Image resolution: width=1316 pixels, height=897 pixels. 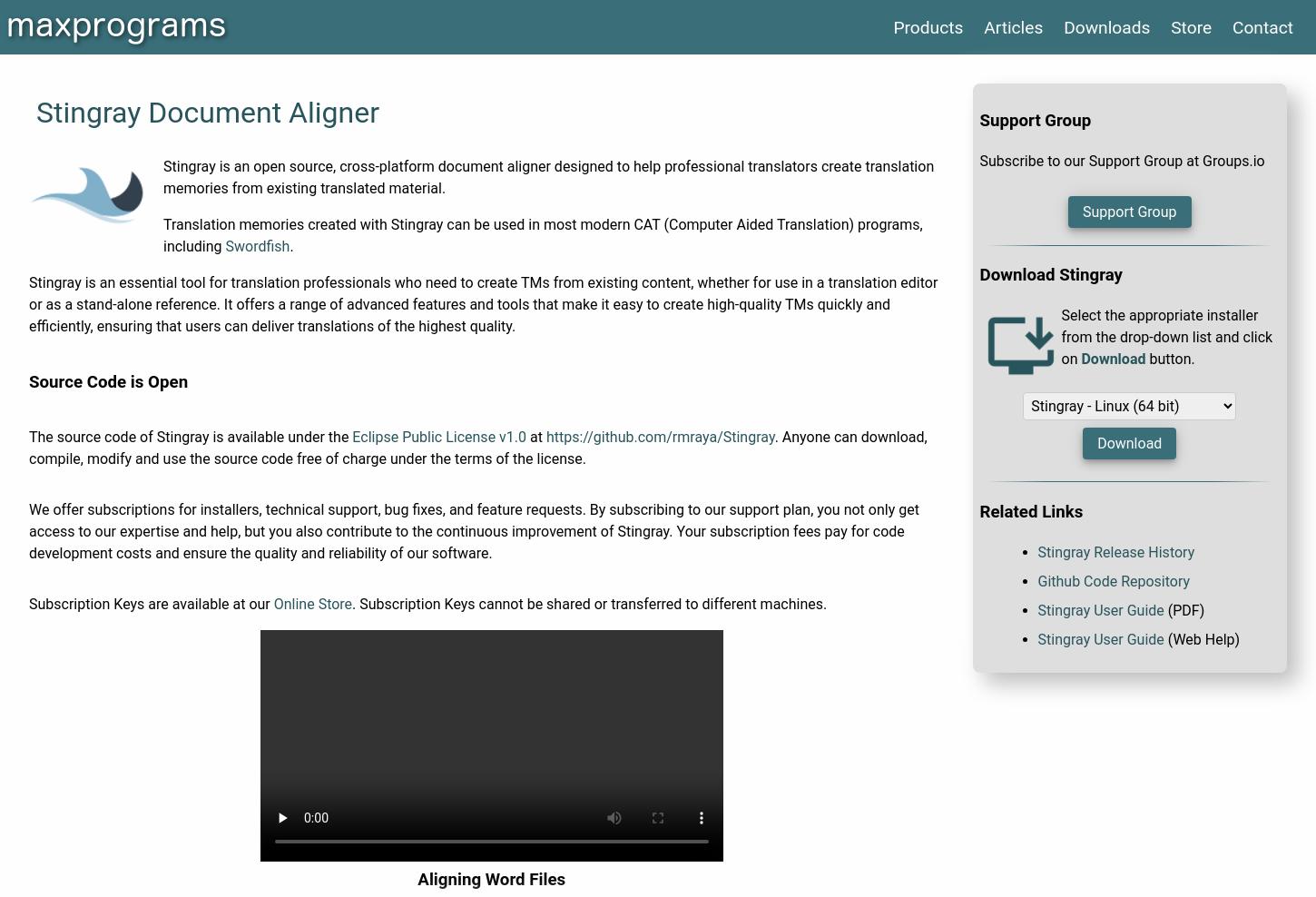 What do you see at coordinates (588, 602) in the screenshot?
I see `'.
                        Subscription Keys cannot be shared or transferred to different machines.'` at bounding box center [588, 602].